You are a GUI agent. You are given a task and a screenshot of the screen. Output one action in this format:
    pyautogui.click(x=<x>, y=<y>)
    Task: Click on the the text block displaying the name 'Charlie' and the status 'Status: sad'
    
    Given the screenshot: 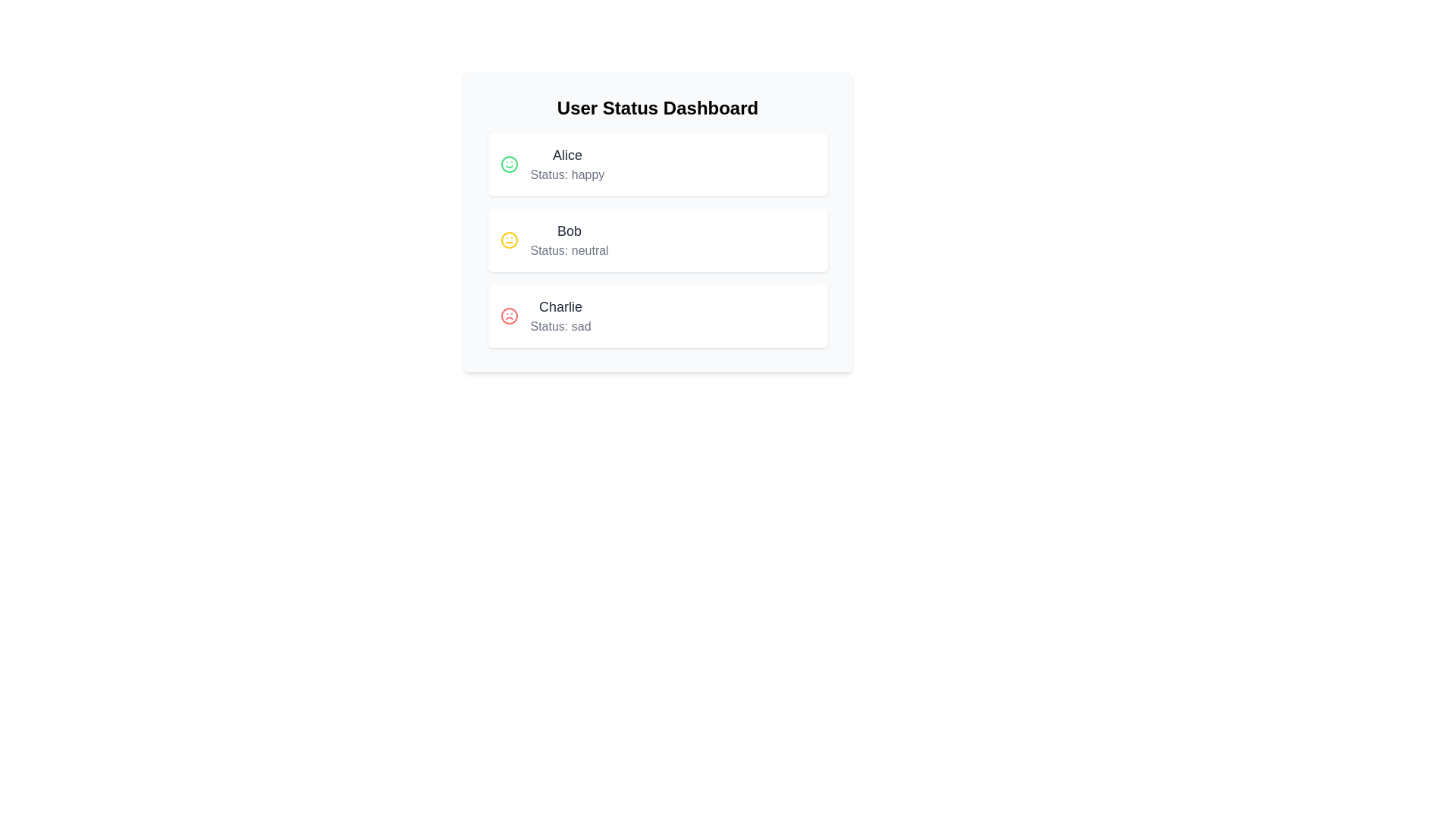 What is the action you would take?
    pyautogui.click(x=560, y=315)
    